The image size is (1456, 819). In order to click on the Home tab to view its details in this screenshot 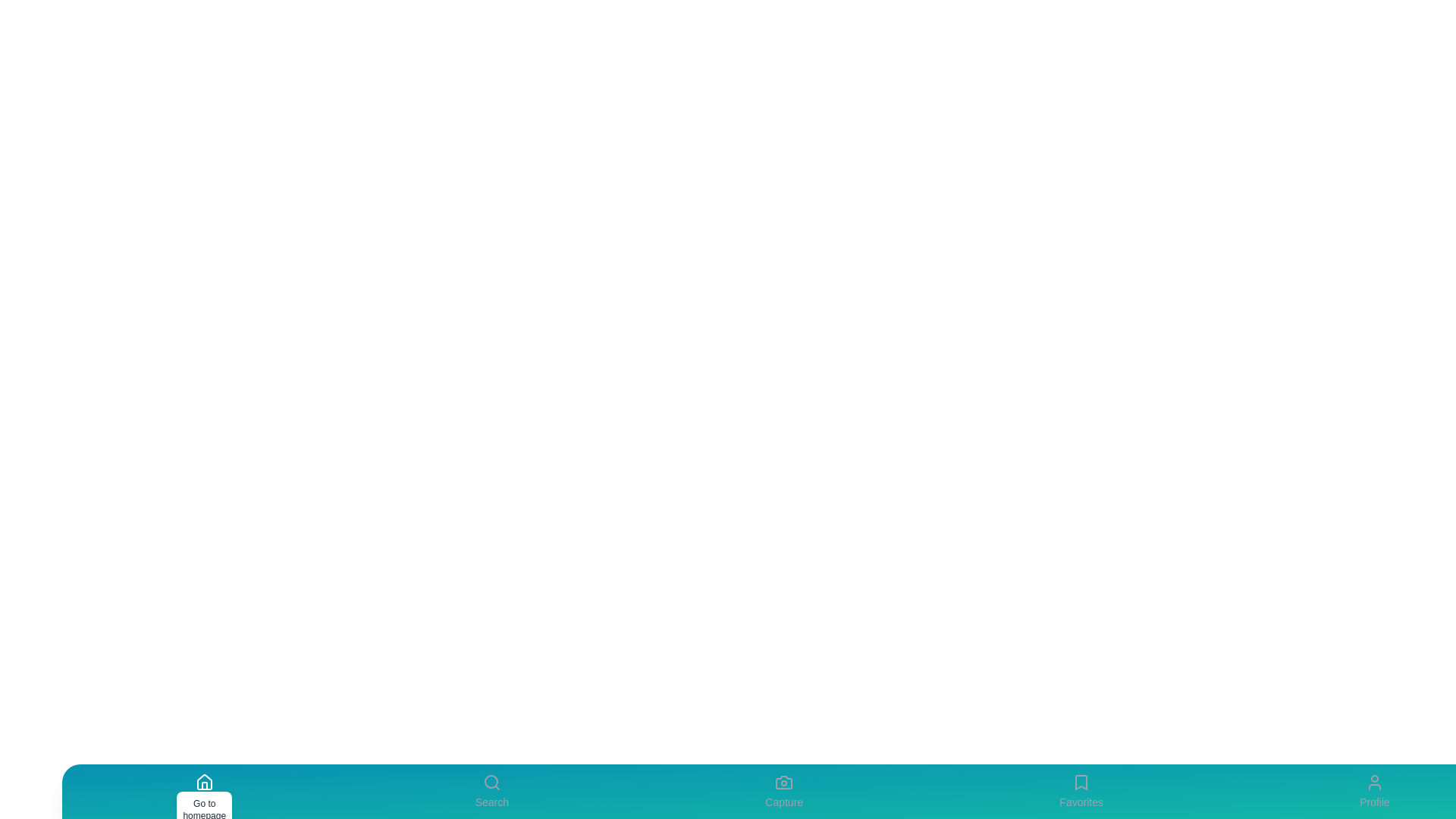, I will do `click(203, 791)`.